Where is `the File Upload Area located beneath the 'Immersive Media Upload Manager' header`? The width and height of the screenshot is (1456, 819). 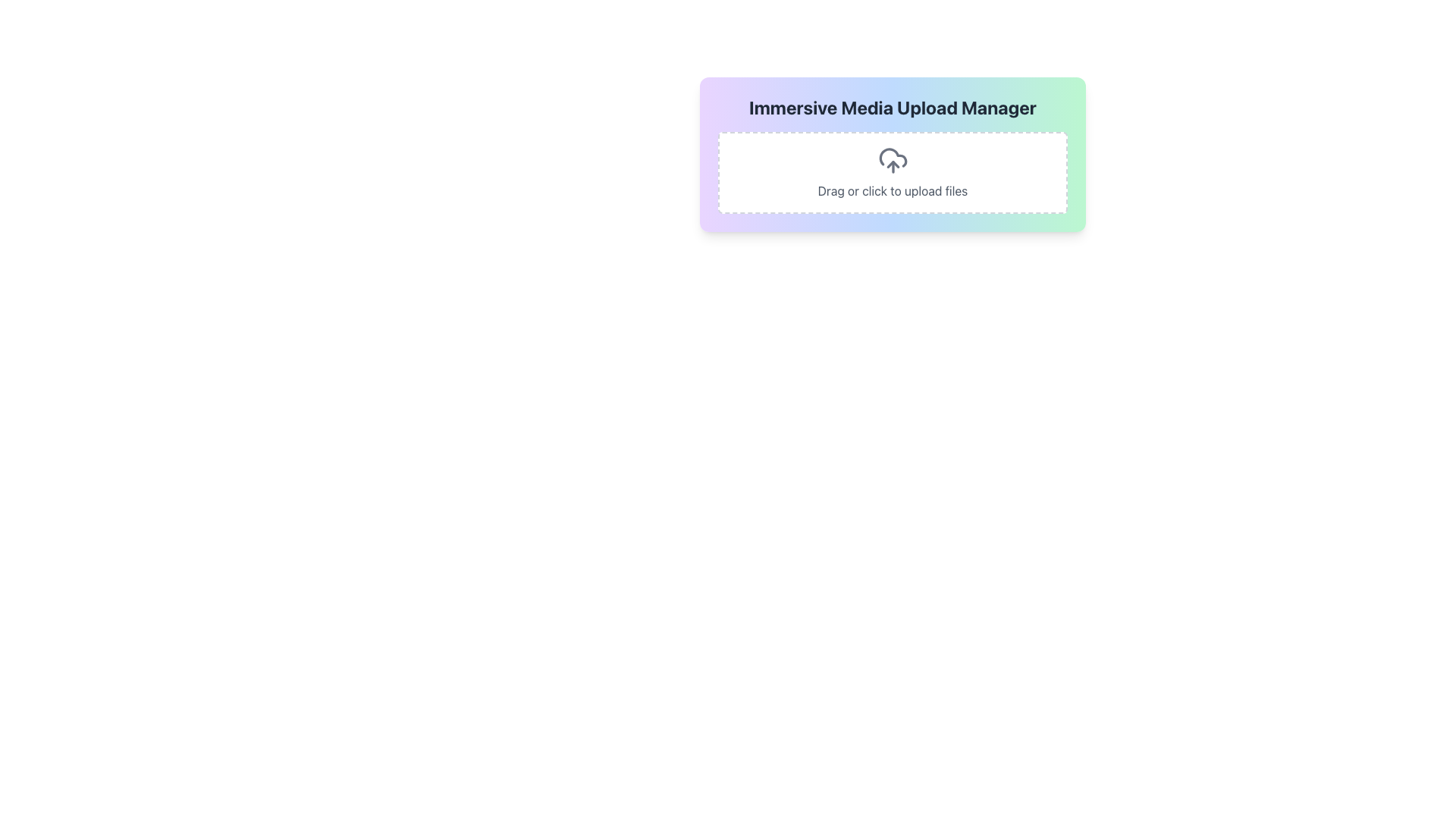 the File Upload Area located beneath the 'Immersive Media Upload Manager' header is located at coordinates (893, 171).